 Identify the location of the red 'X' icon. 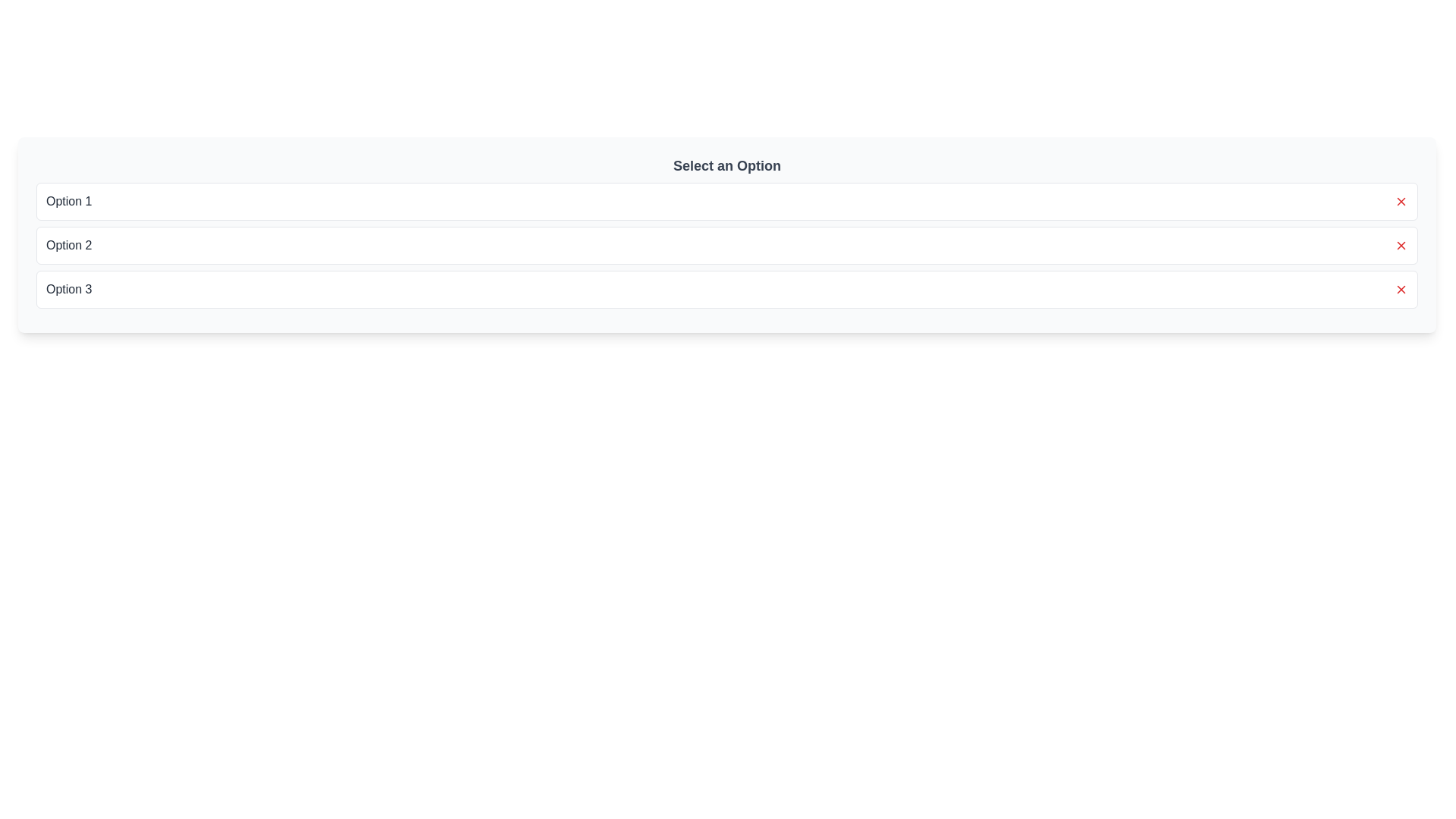
(1401, 245).